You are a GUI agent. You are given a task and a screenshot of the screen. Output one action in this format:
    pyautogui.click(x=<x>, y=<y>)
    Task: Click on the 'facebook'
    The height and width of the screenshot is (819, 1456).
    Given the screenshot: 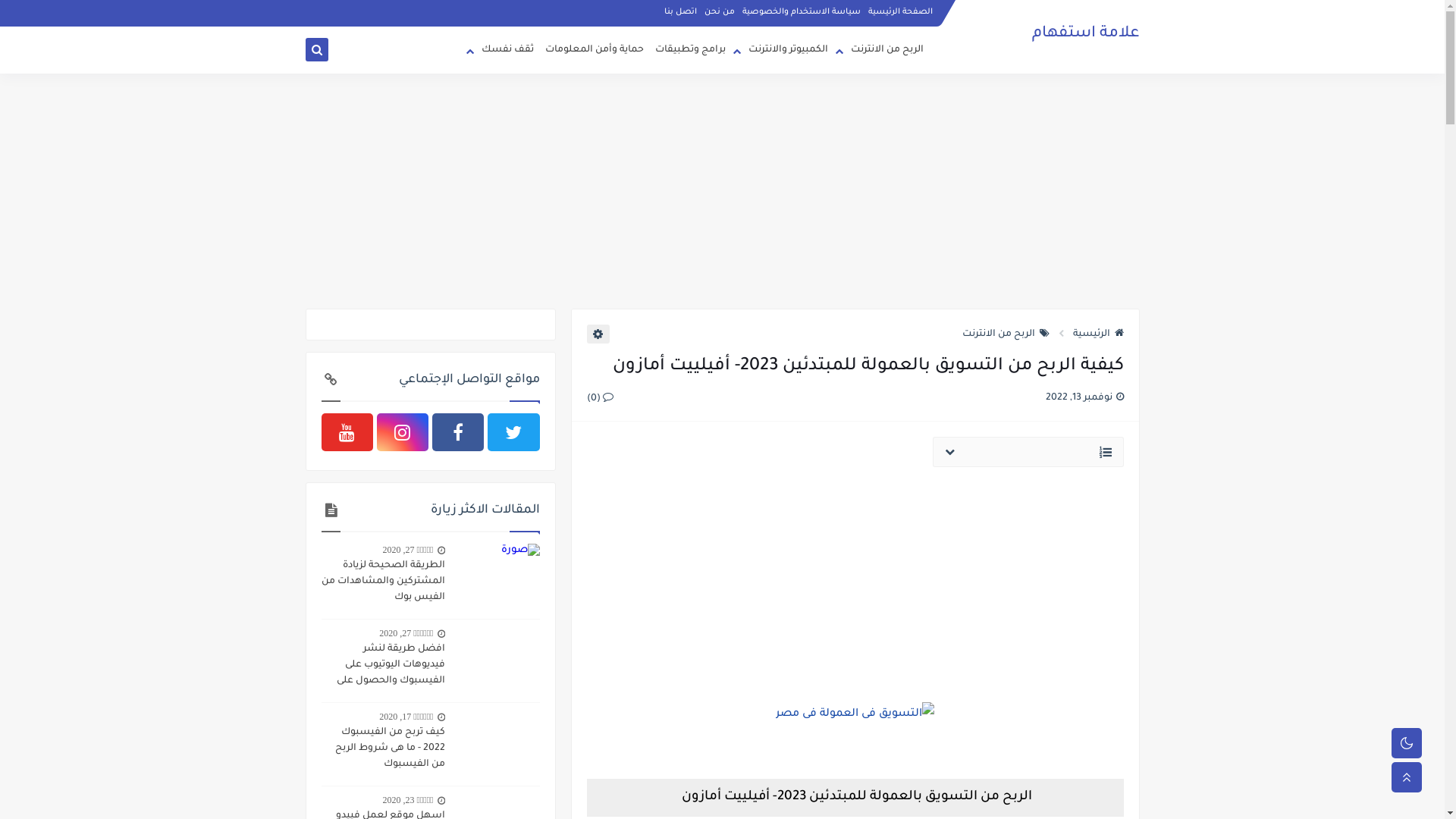 What is the action you would take?
    pyautogui.click(x=457, y=432)
    